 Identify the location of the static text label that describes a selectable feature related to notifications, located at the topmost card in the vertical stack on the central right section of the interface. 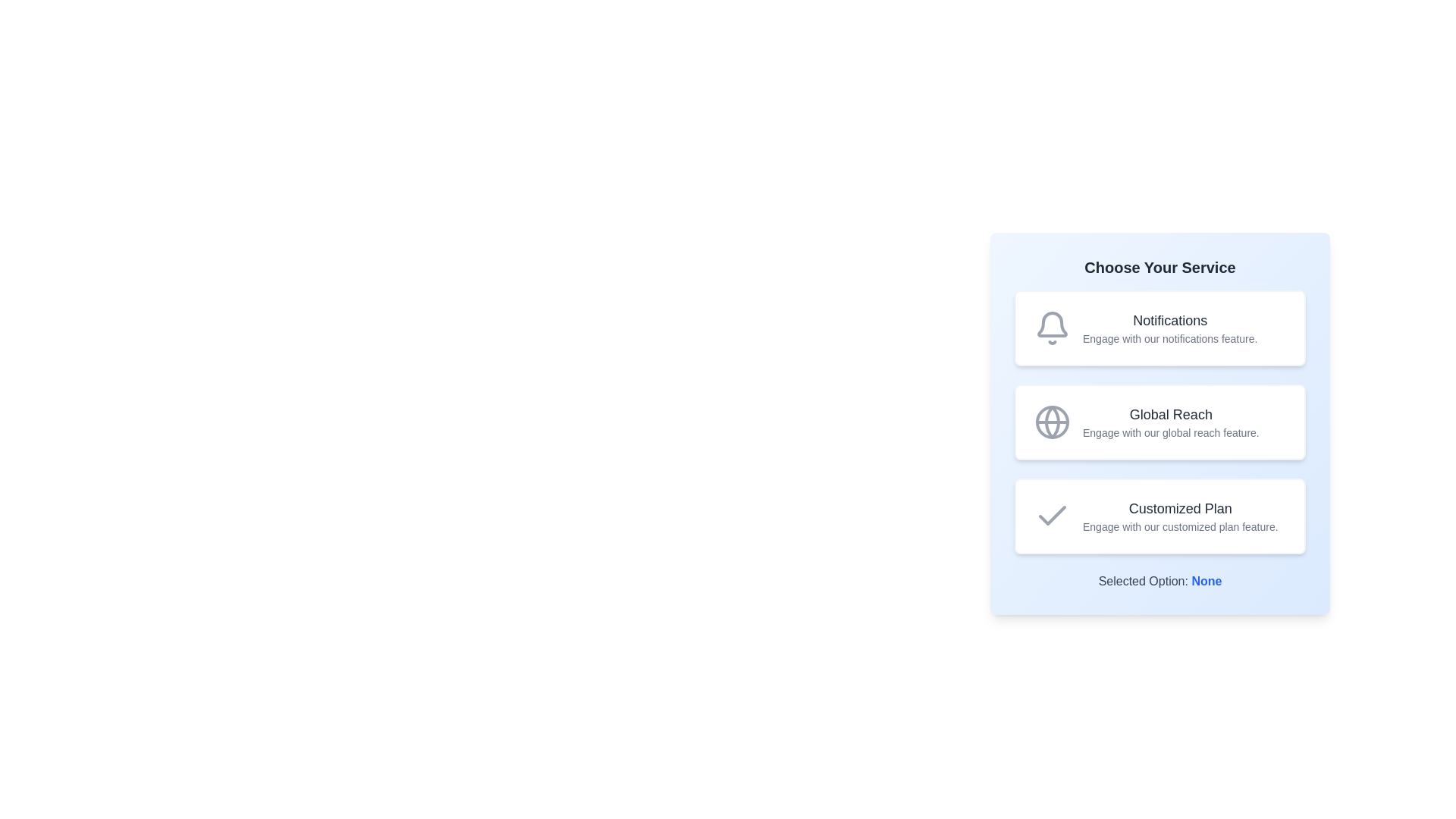
(1169, 327).